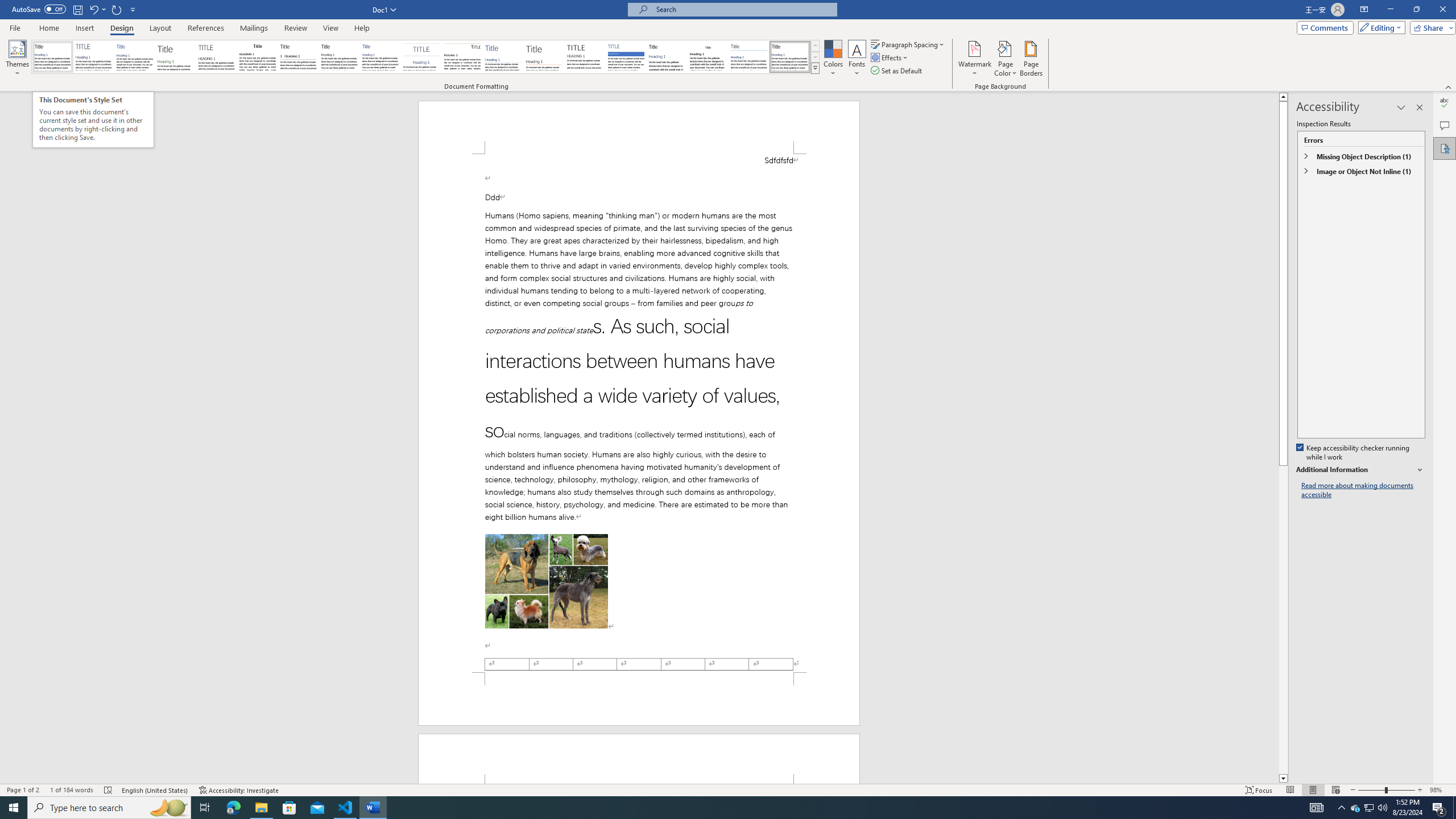 The height and width of the screenshot is (819, 1456). What do you see at coordinates (626, 56) in the screenshot?
I see `'Shaded'` at bounding box center [626, 56].